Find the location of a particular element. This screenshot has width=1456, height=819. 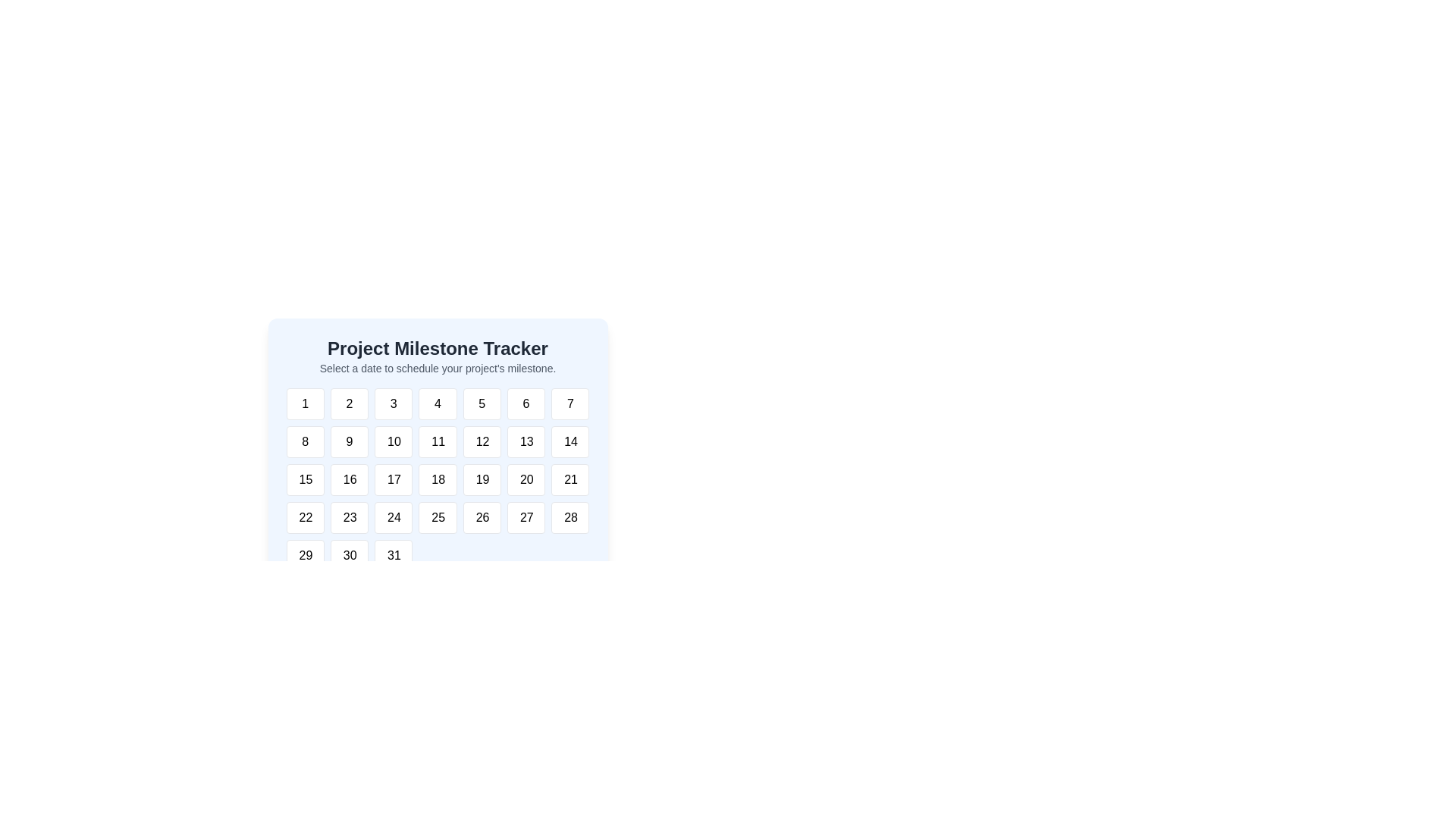

the button in the sixth row and fifth column of the calendar grid is located at coordinates (481, 516).